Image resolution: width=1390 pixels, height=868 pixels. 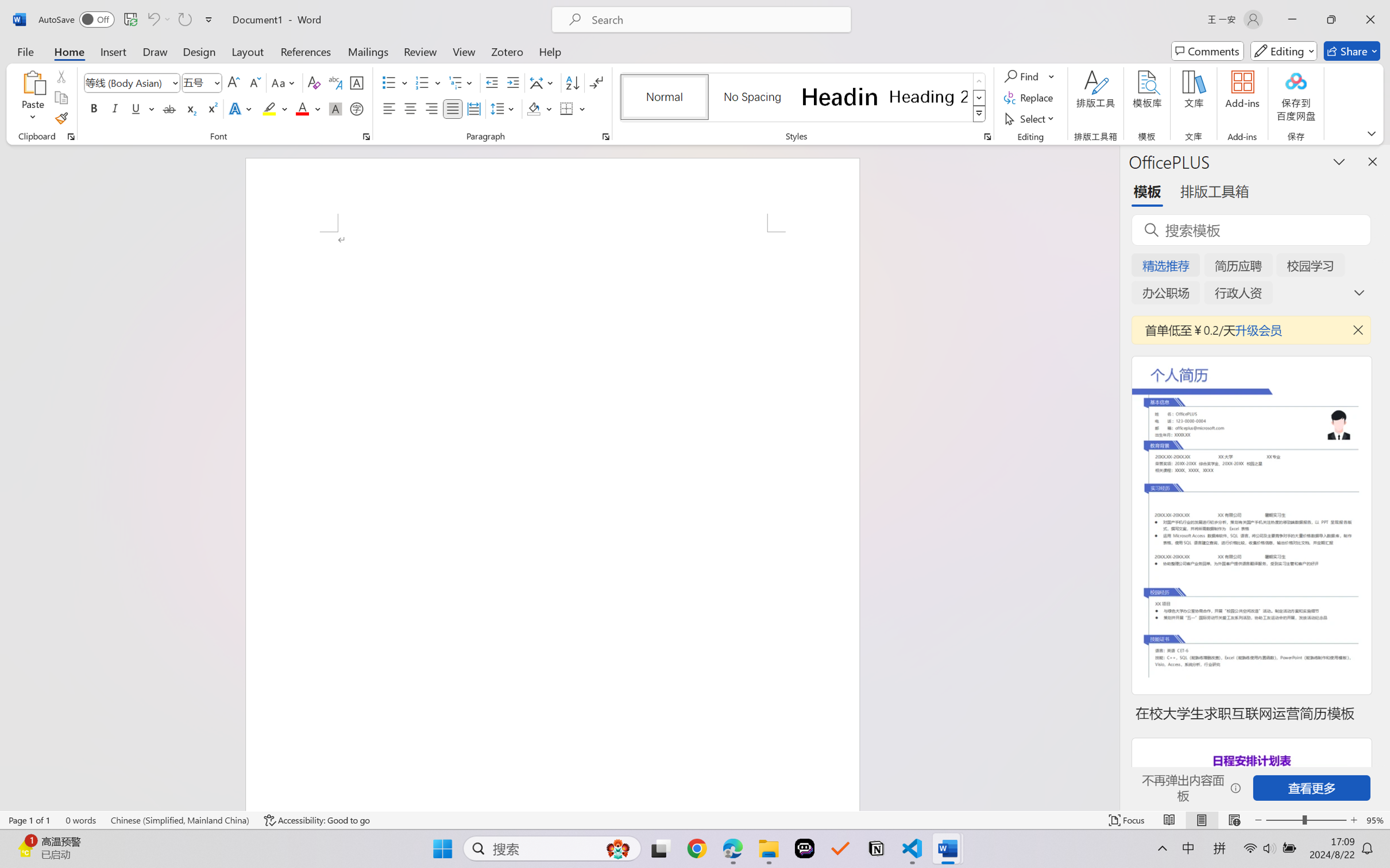 What do you see at coordinates (152, 19) in the screenshot?
I see `'Can'` at bounding box center [152, 19].